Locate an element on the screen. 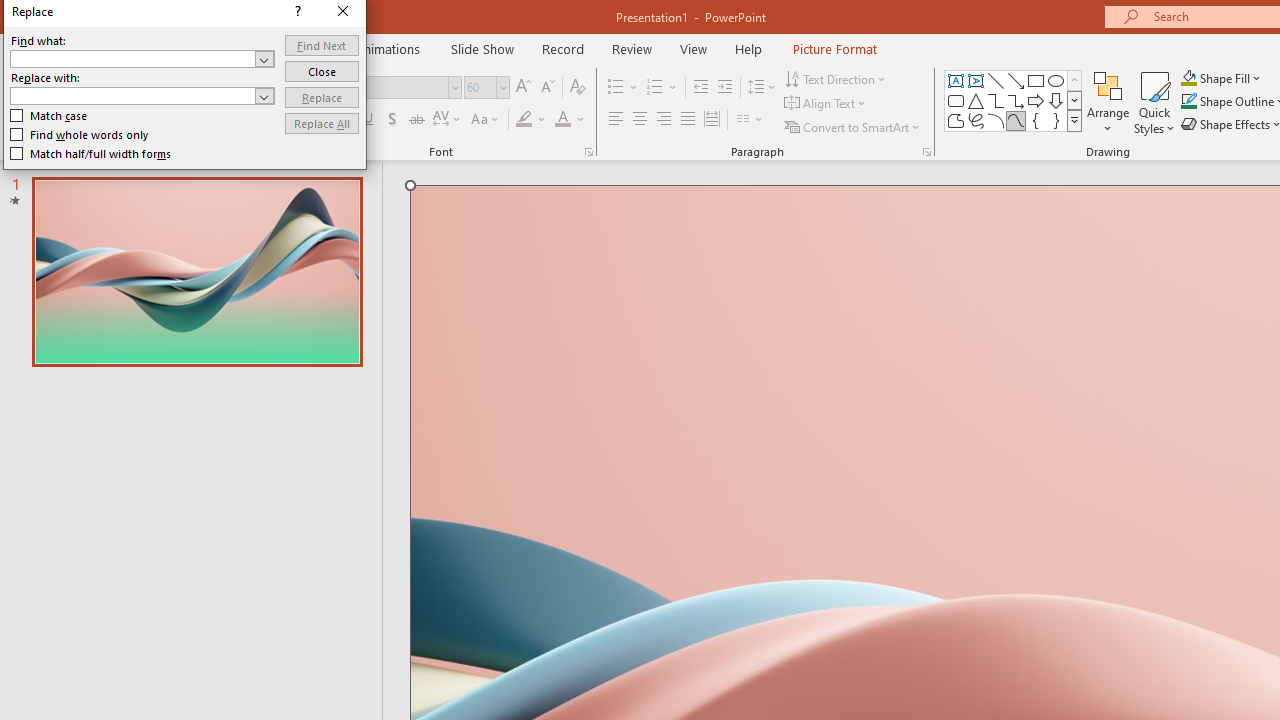 This screenshot has width=1280, height=720. 'Find Next' is located at coordinates (321, 45).